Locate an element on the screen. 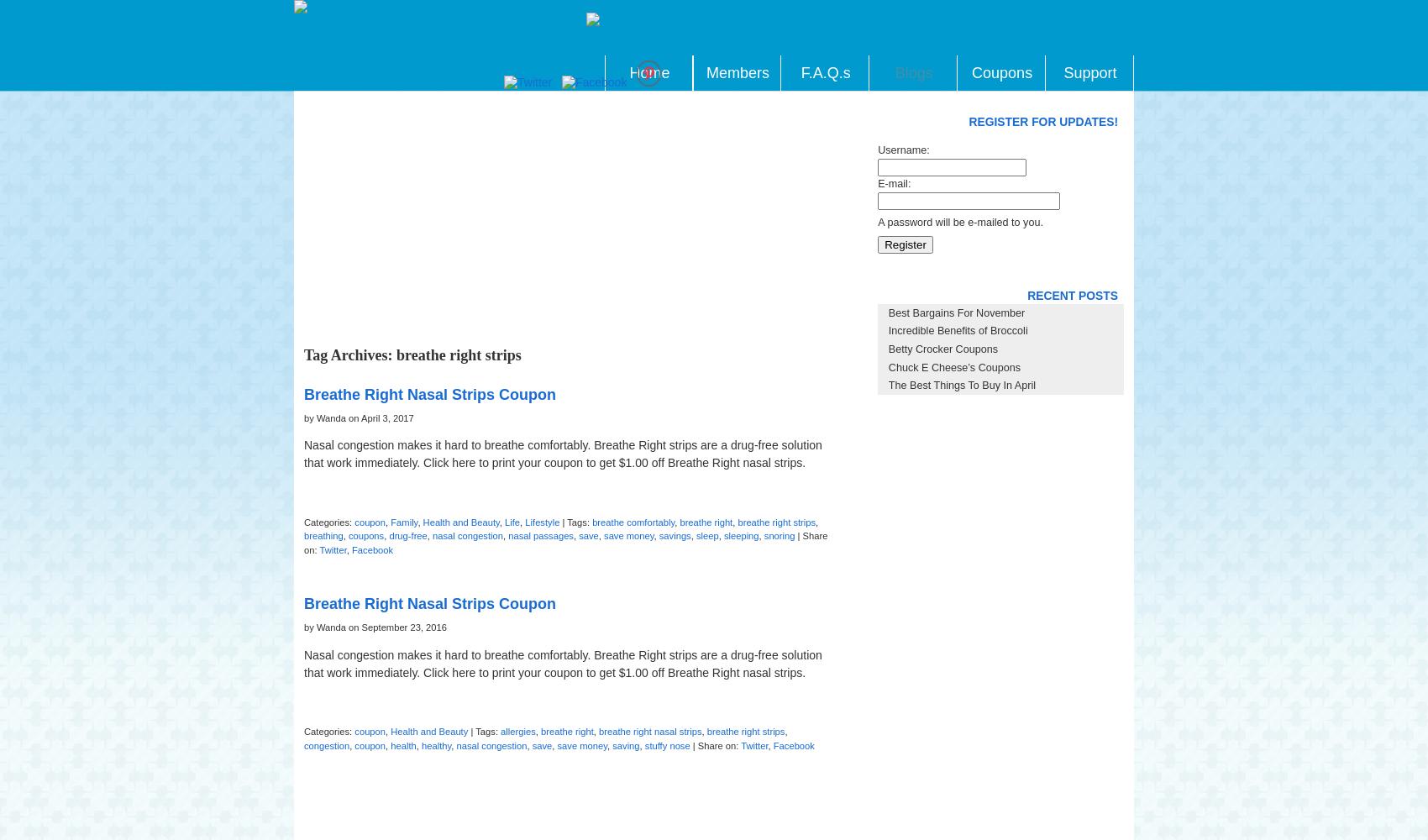 The image size is (1428, 840). 'Register for updates!' is located at coordinates (1042, 121).